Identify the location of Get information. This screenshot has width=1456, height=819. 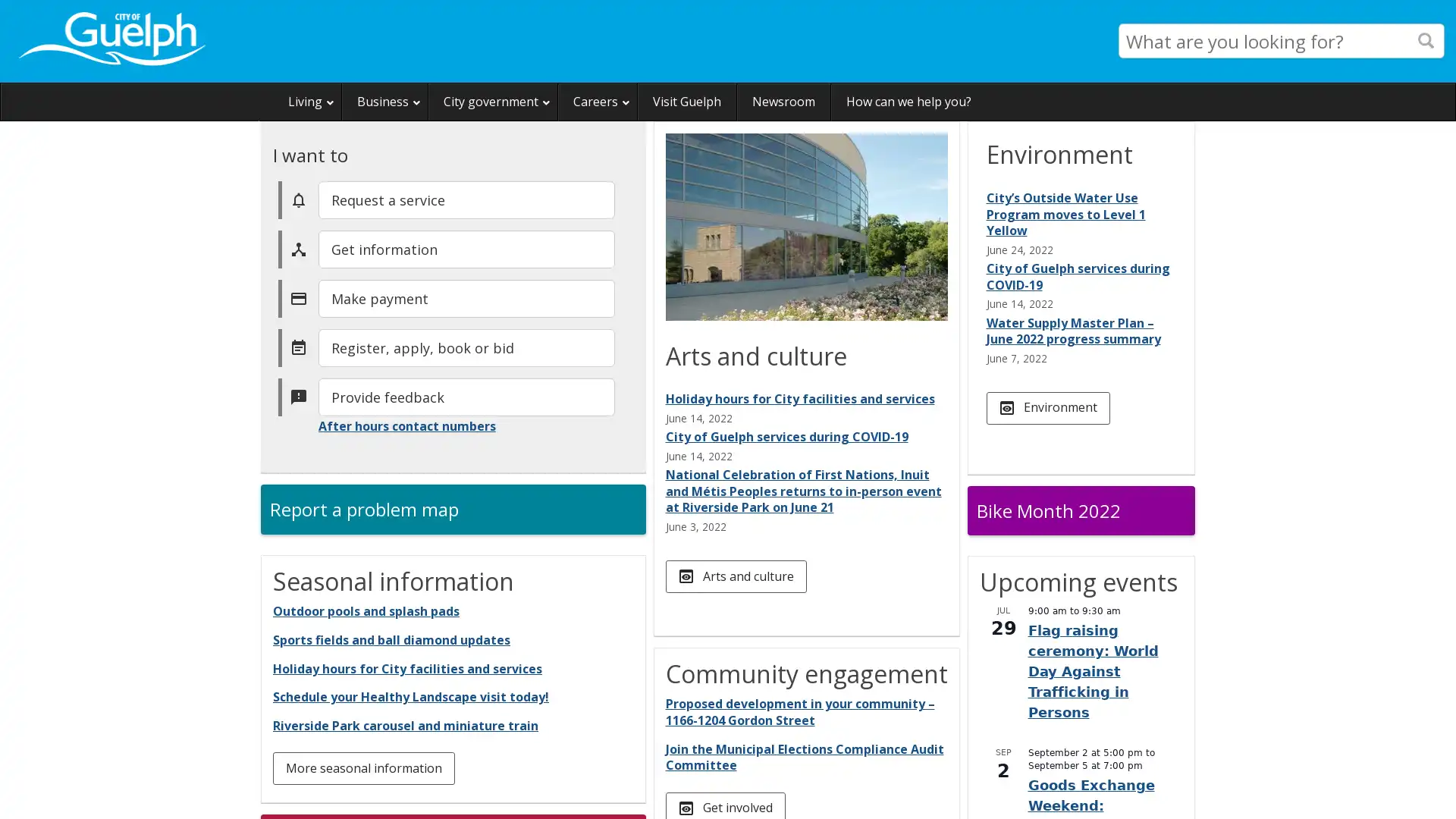
(465, 247).